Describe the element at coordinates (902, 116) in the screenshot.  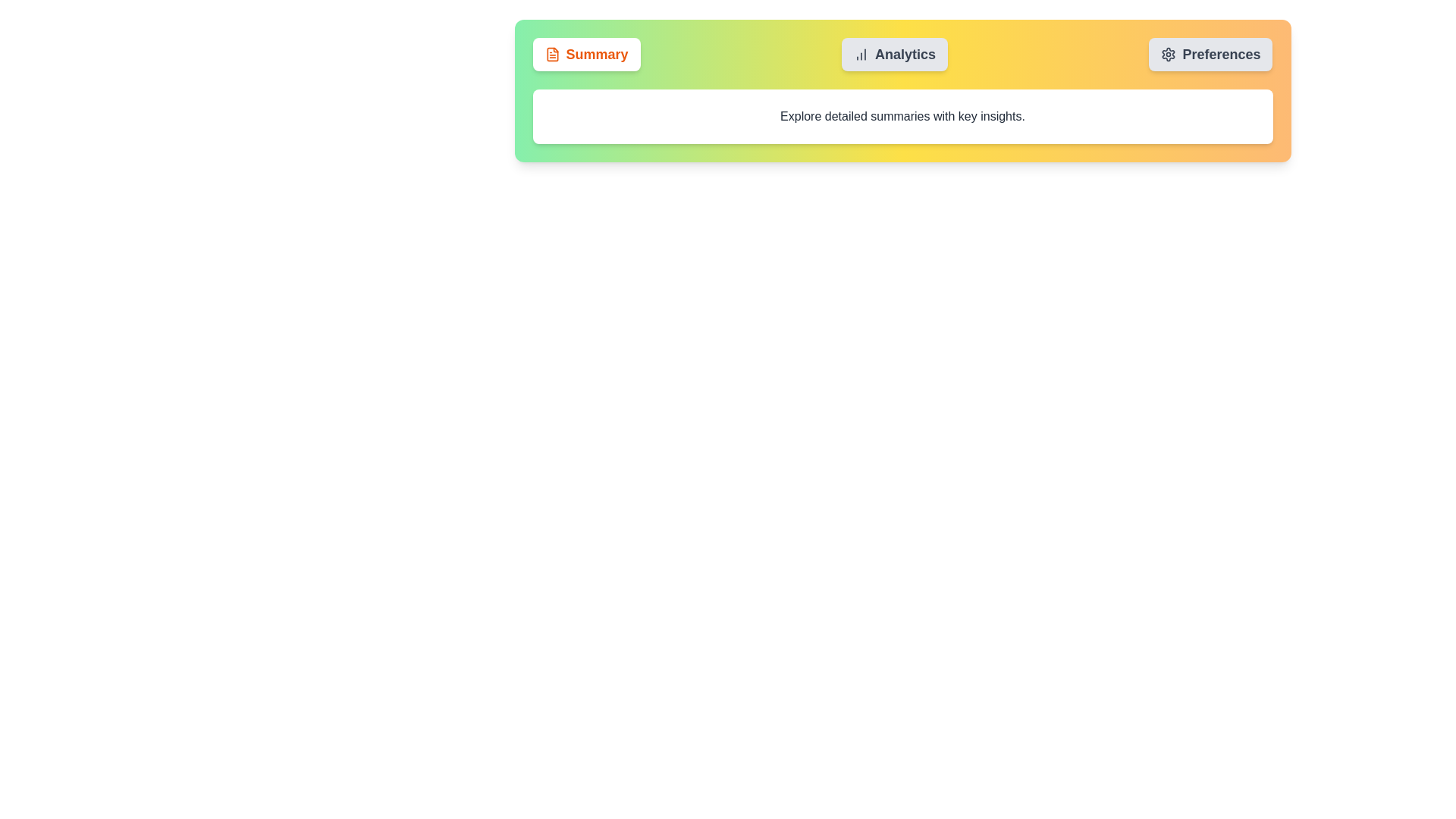
I see `text from the static tooltip box that contains the message 'Explore detailed summaries with key insights.' which is centered in a dark gray font and has a white background with rounded corners` at that location.